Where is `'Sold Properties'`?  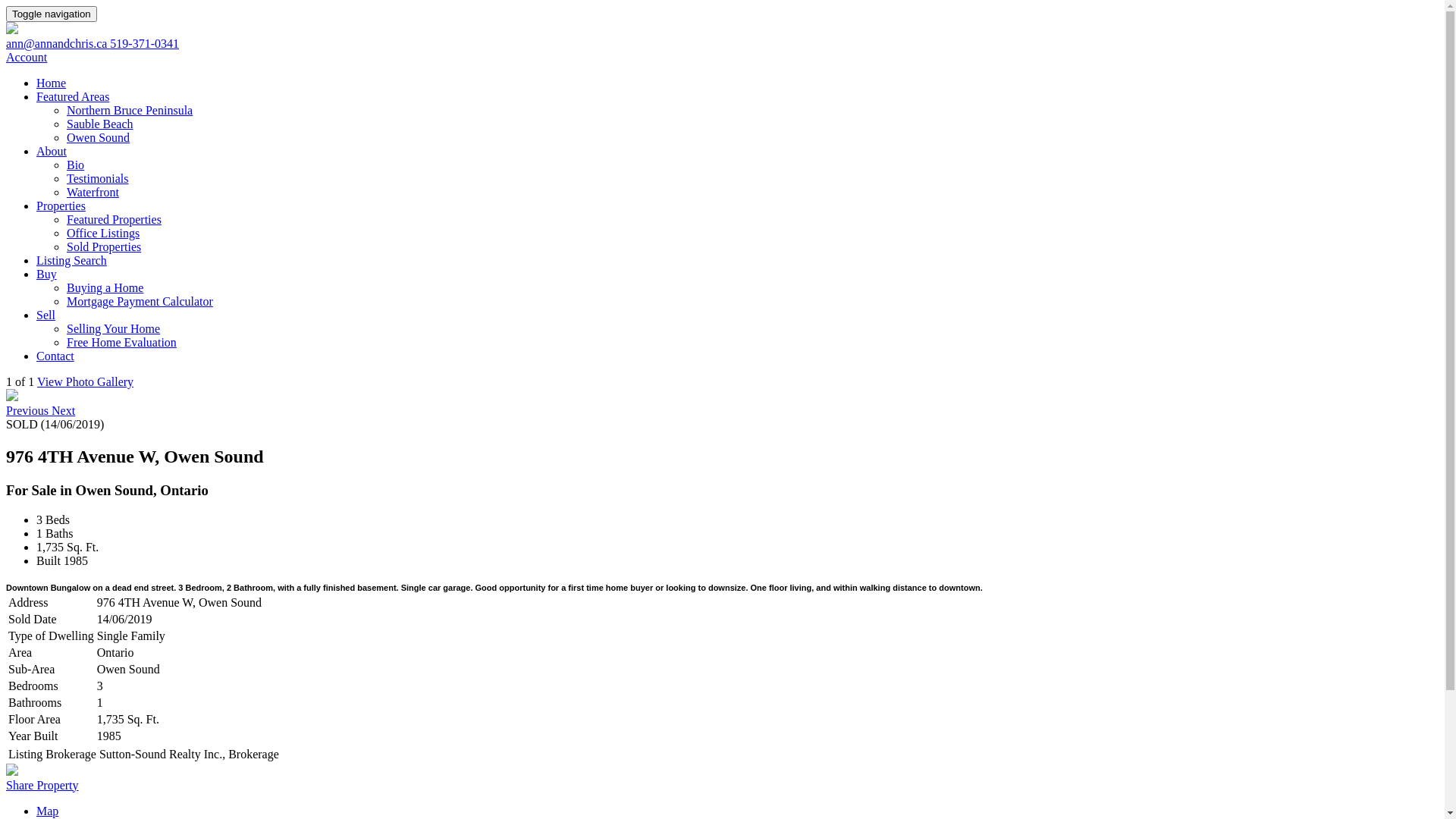 'Sold Properties' is located at coordinates (103, 246).